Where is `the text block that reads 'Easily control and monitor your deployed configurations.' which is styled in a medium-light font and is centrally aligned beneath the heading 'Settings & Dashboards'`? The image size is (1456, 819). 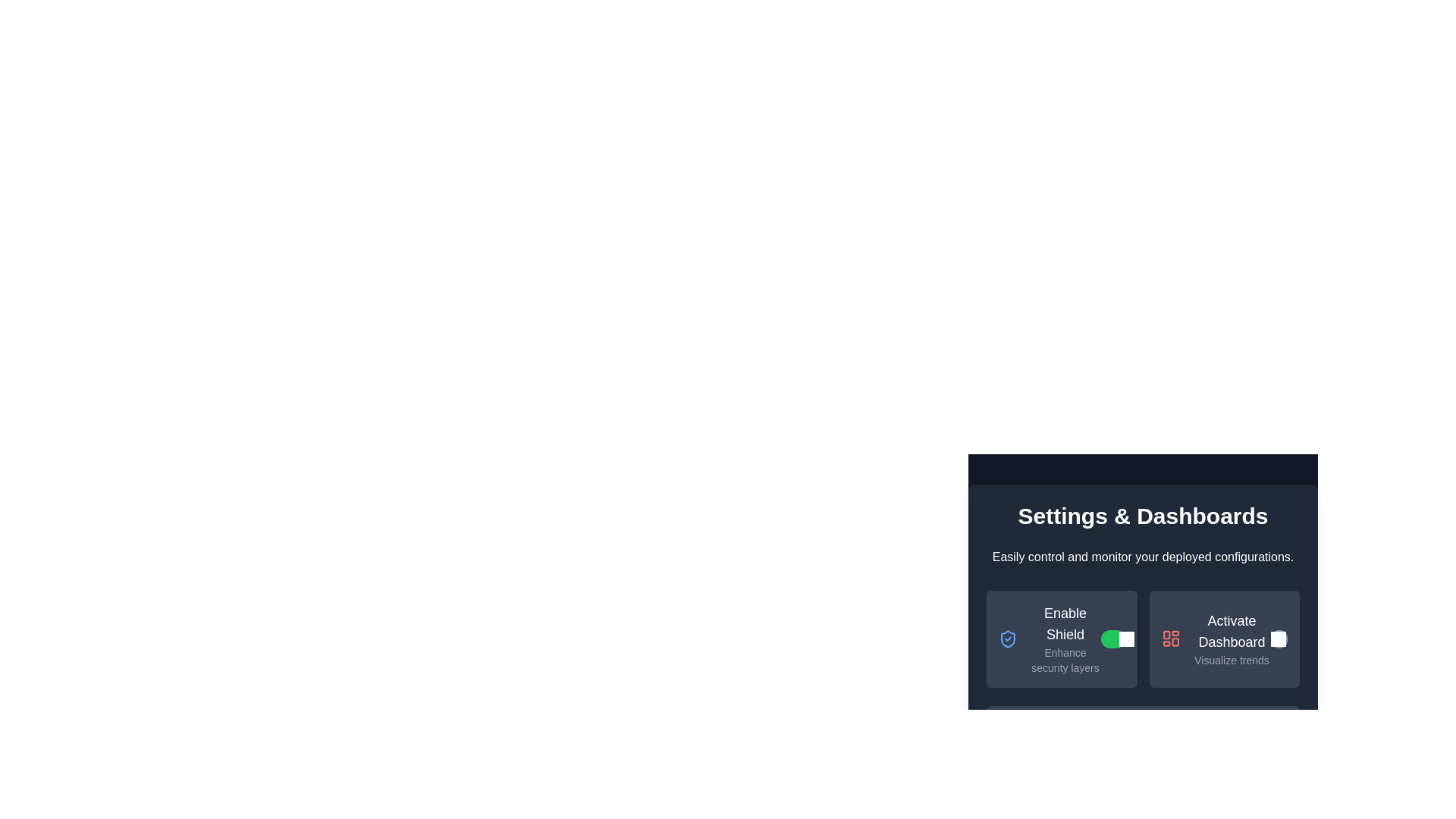 the text block that reads 'Easily control and monitor your deployed configurations.' which is styled in a medium-light font and is centrally aligned beneath the heading 'Settings & Dashboards' is located at coordinates (1143, 557).